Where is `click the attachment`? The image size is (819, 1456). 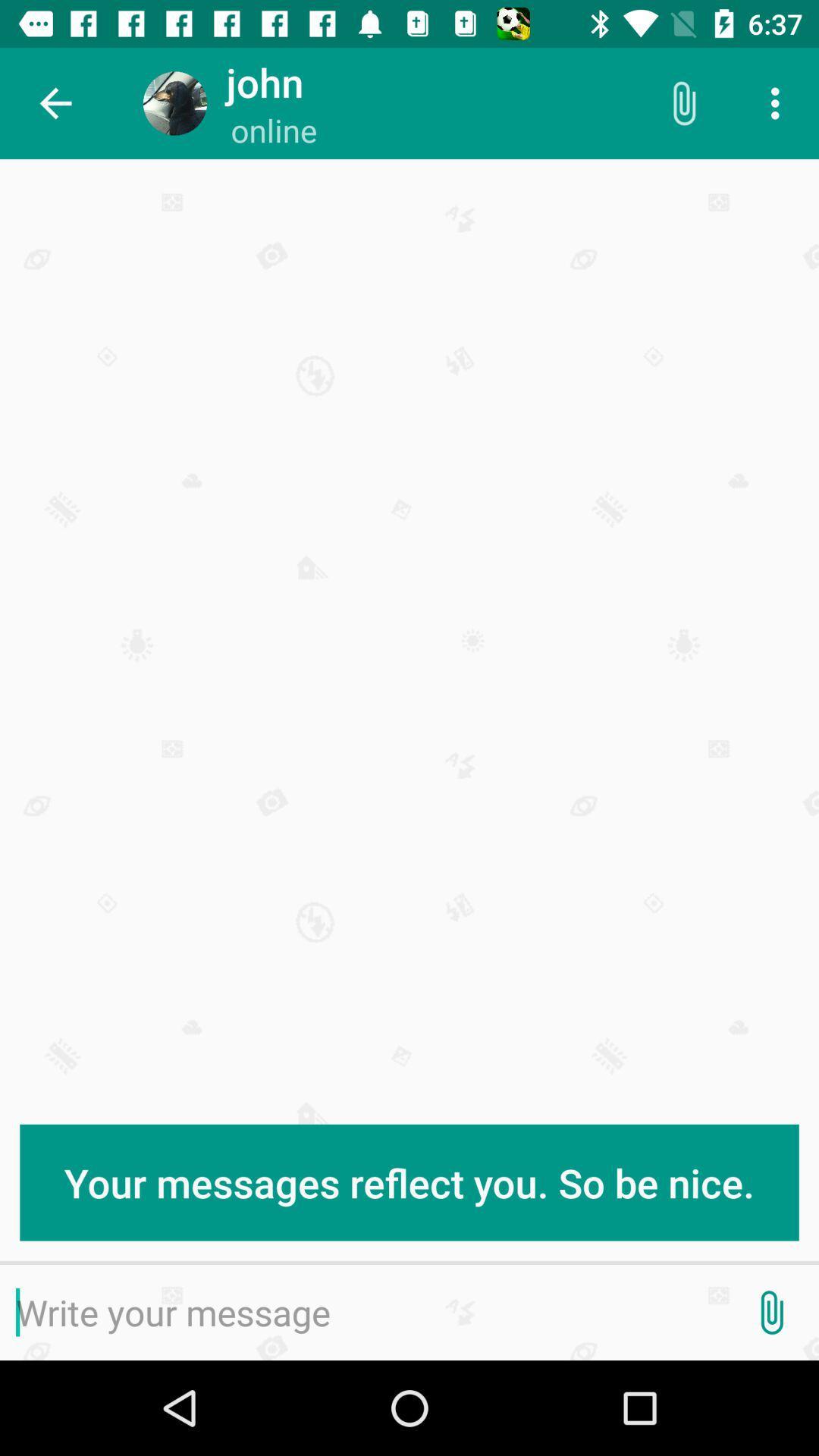 click the attachment is located at coordinates (771, 1312).